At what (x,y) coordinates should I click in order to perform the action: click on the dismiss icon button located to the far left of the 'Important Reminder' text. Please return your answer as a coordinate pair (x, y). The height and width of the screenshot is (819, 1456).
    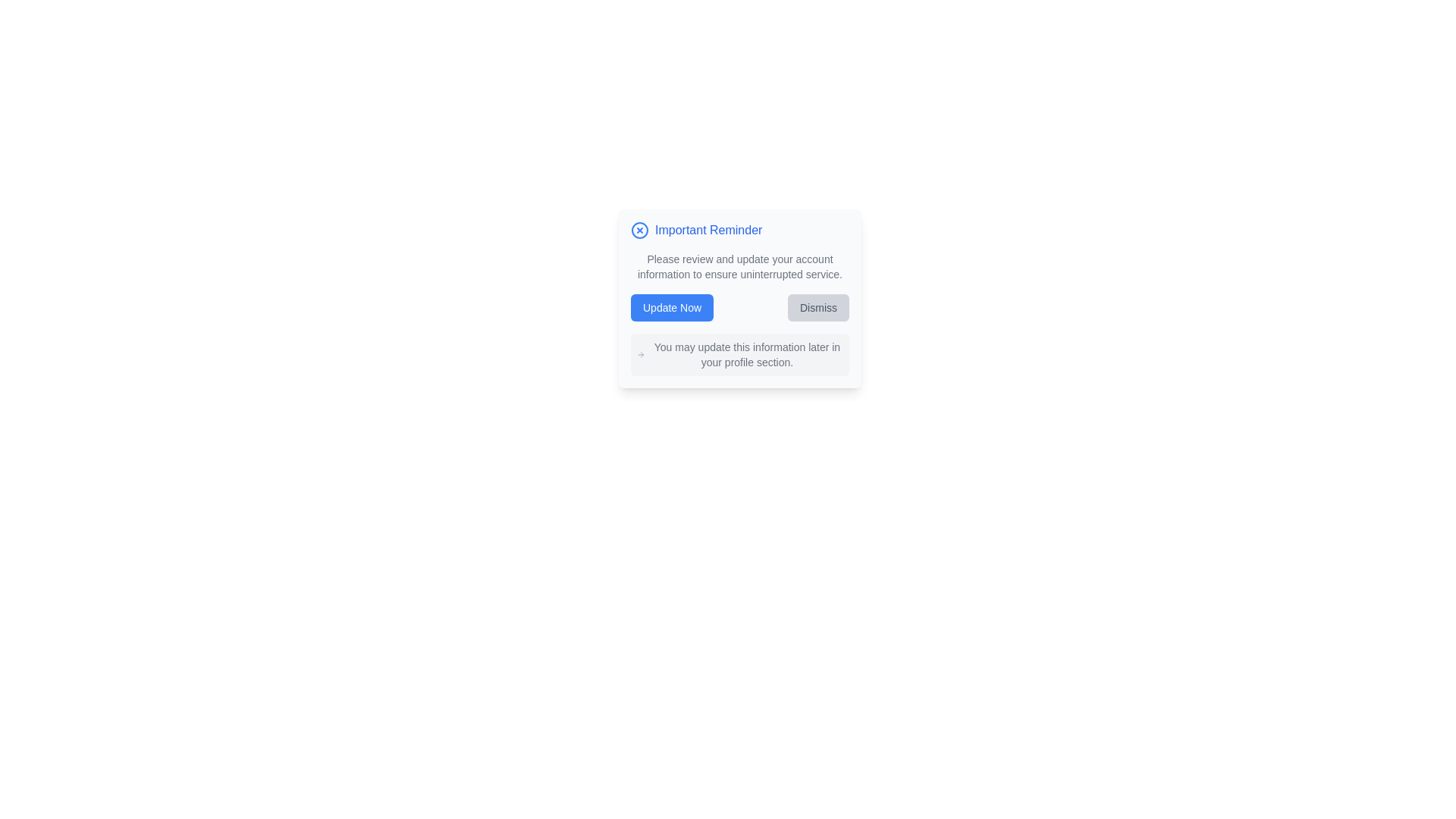
    Looking at the image, I should click on (640, 231).